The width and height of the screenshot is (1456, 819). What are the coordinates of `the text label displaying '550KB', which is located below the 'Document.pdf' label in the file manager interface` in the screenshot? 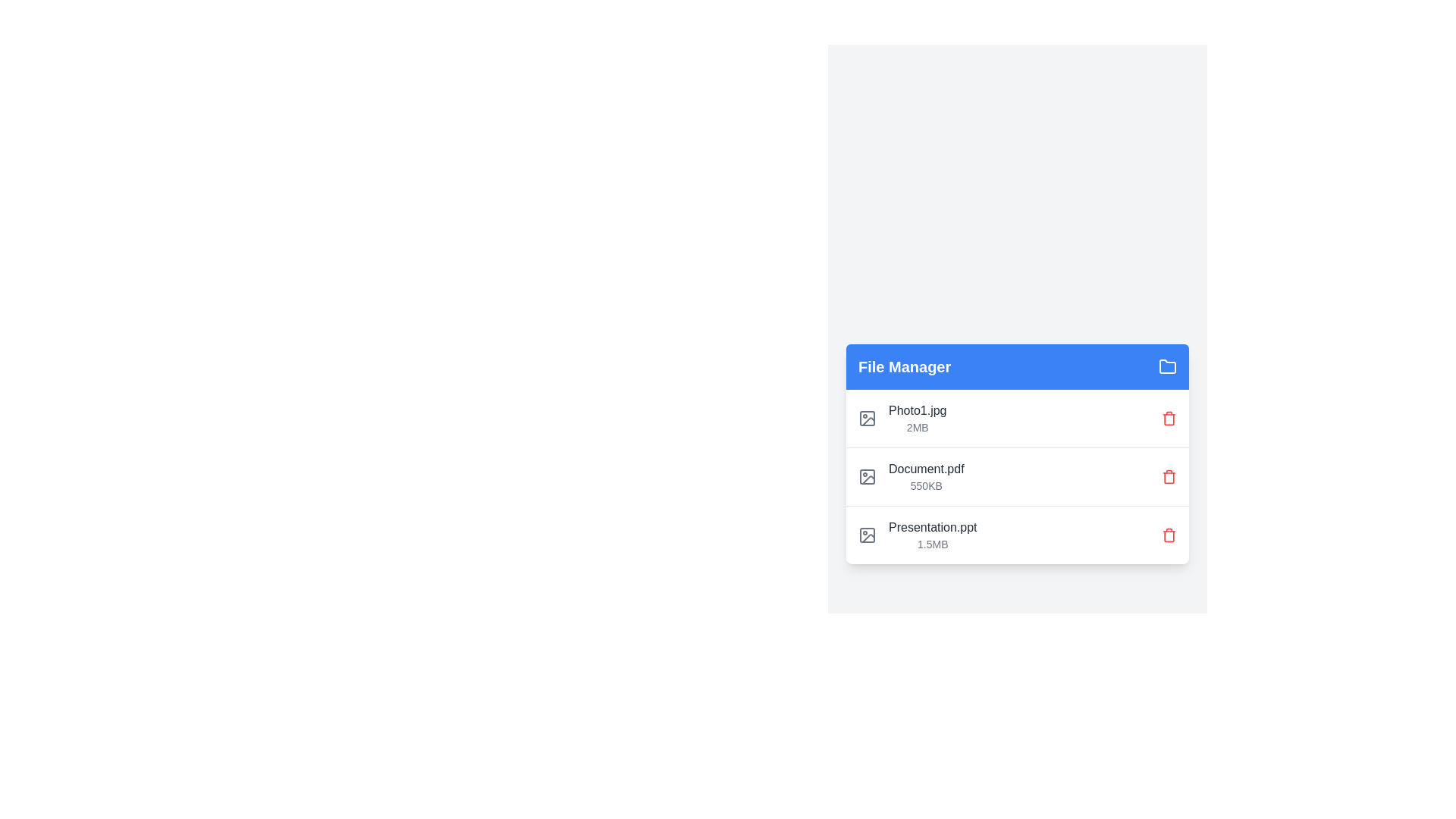 It's located at (925, 485).